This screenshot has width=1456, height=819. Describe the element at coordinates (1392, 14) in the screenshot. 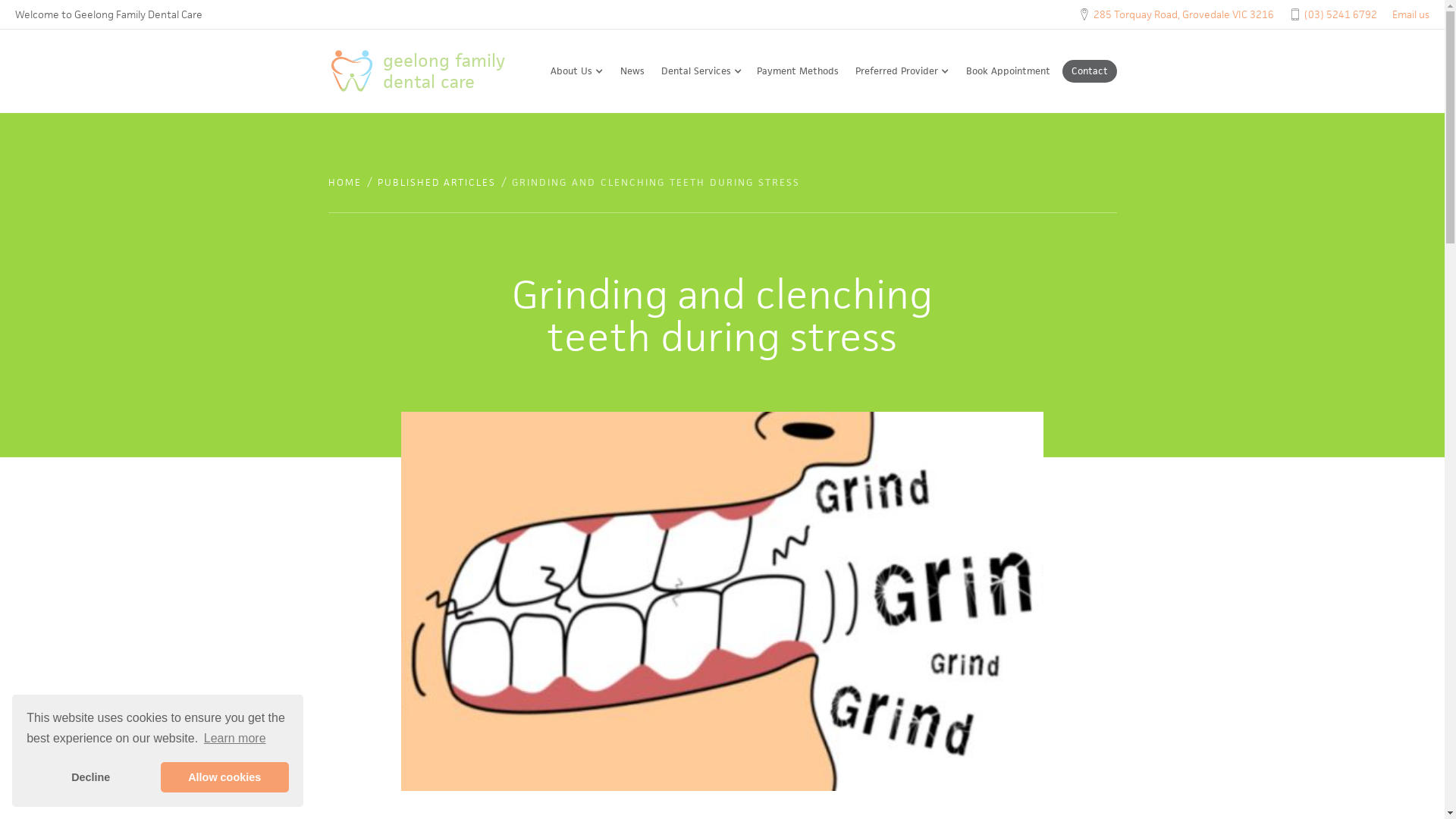

I see `'Email us'` at that location.